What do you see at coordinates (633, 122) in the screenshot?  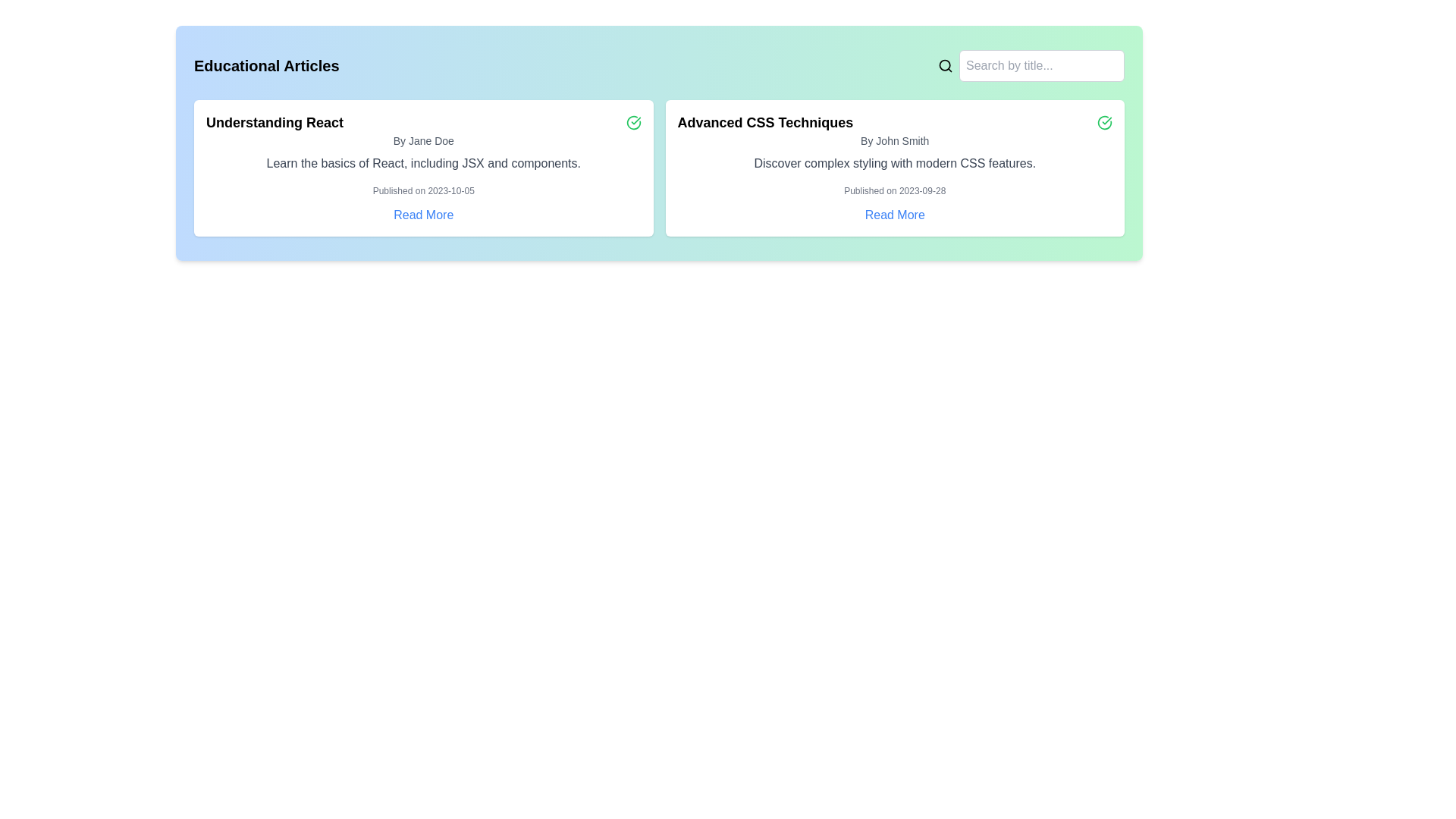 I see `the graphical indicator/icon indicating success or completion status located in the top-right corner of the 'Advanced CSS Techniques' card` at bounding box center [633, 122].